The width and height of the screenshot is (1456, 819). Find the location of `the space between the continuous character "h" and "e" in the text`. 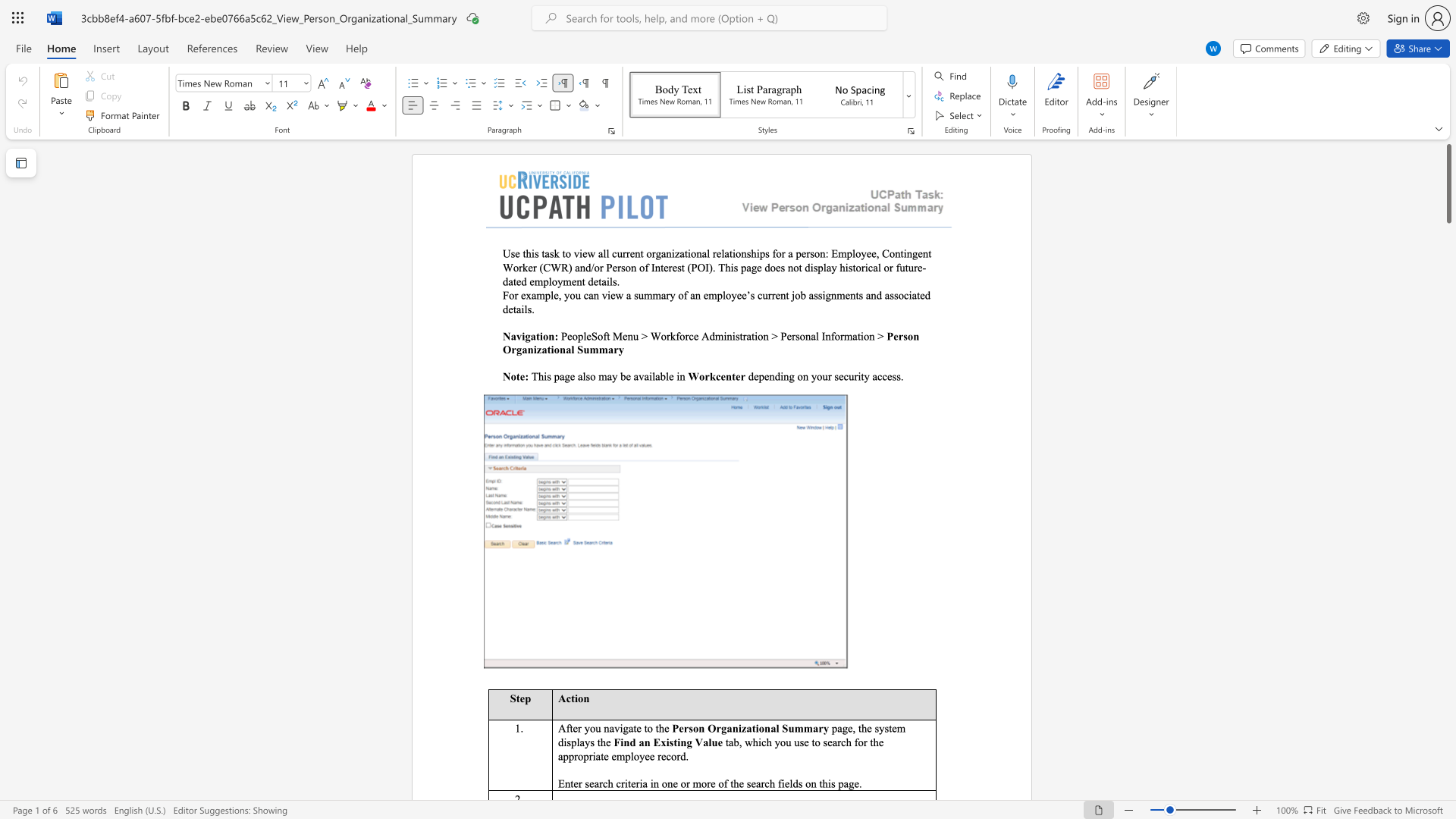

the space between the continuous character "h" and "e" in the text is located at coordinates (664, 727).